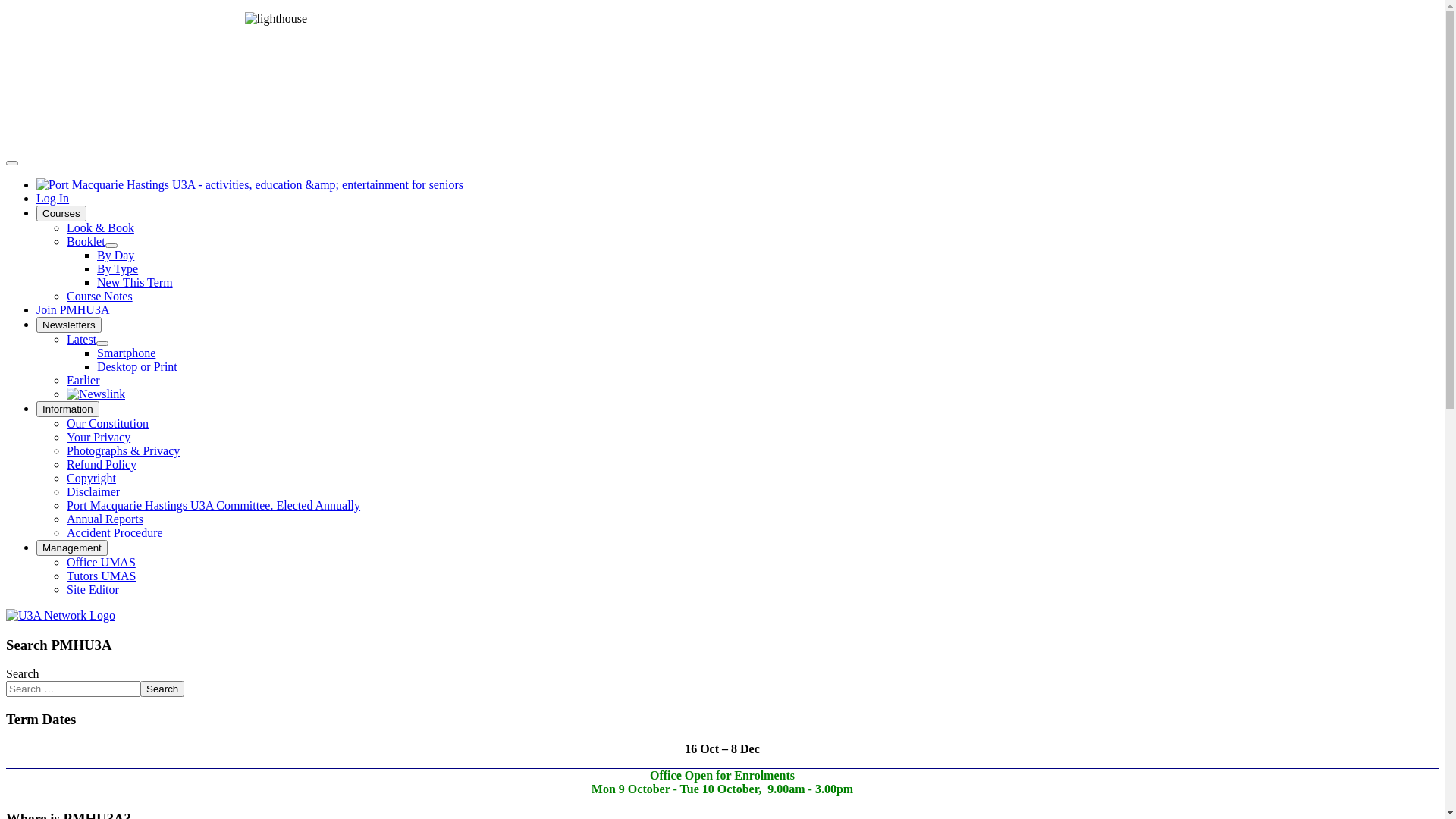  Describe the element at coordinates (83, 379) in the screenshot. I see `'Earlier'` at that location.